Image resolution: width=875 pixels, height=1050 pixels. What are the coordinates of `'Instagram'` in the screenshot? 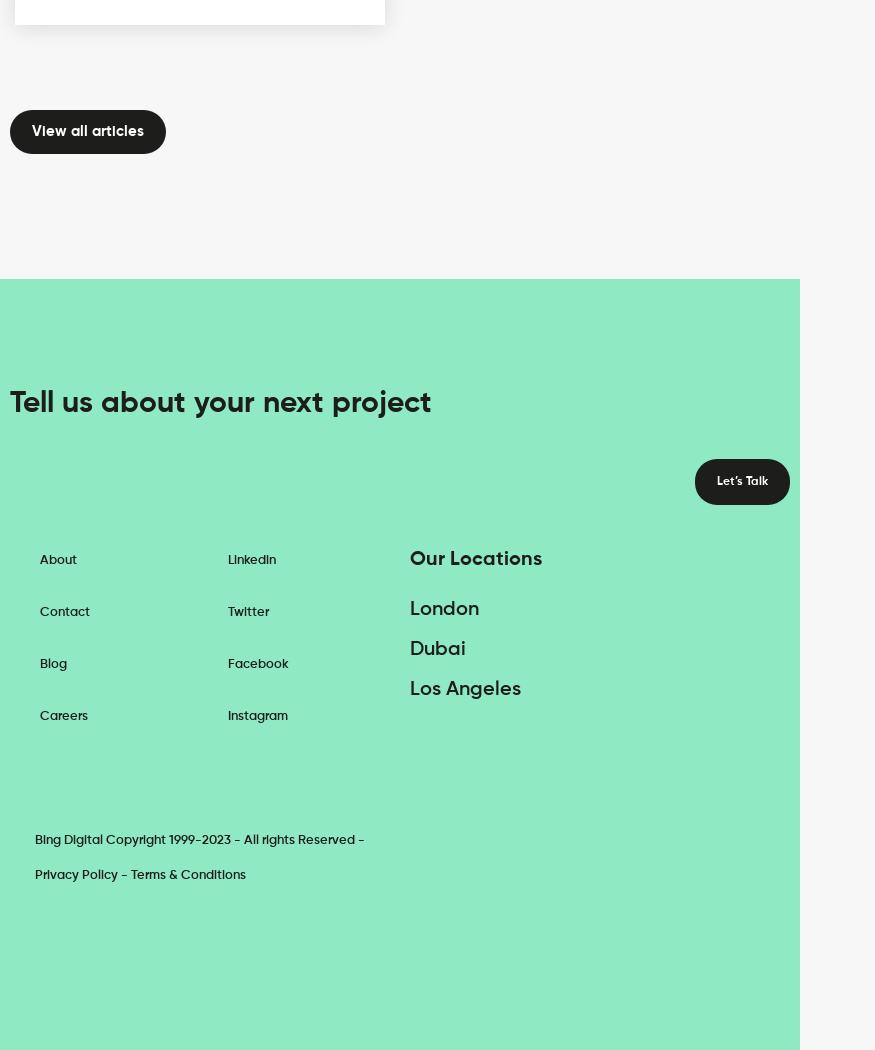 It's located at (255, 714).